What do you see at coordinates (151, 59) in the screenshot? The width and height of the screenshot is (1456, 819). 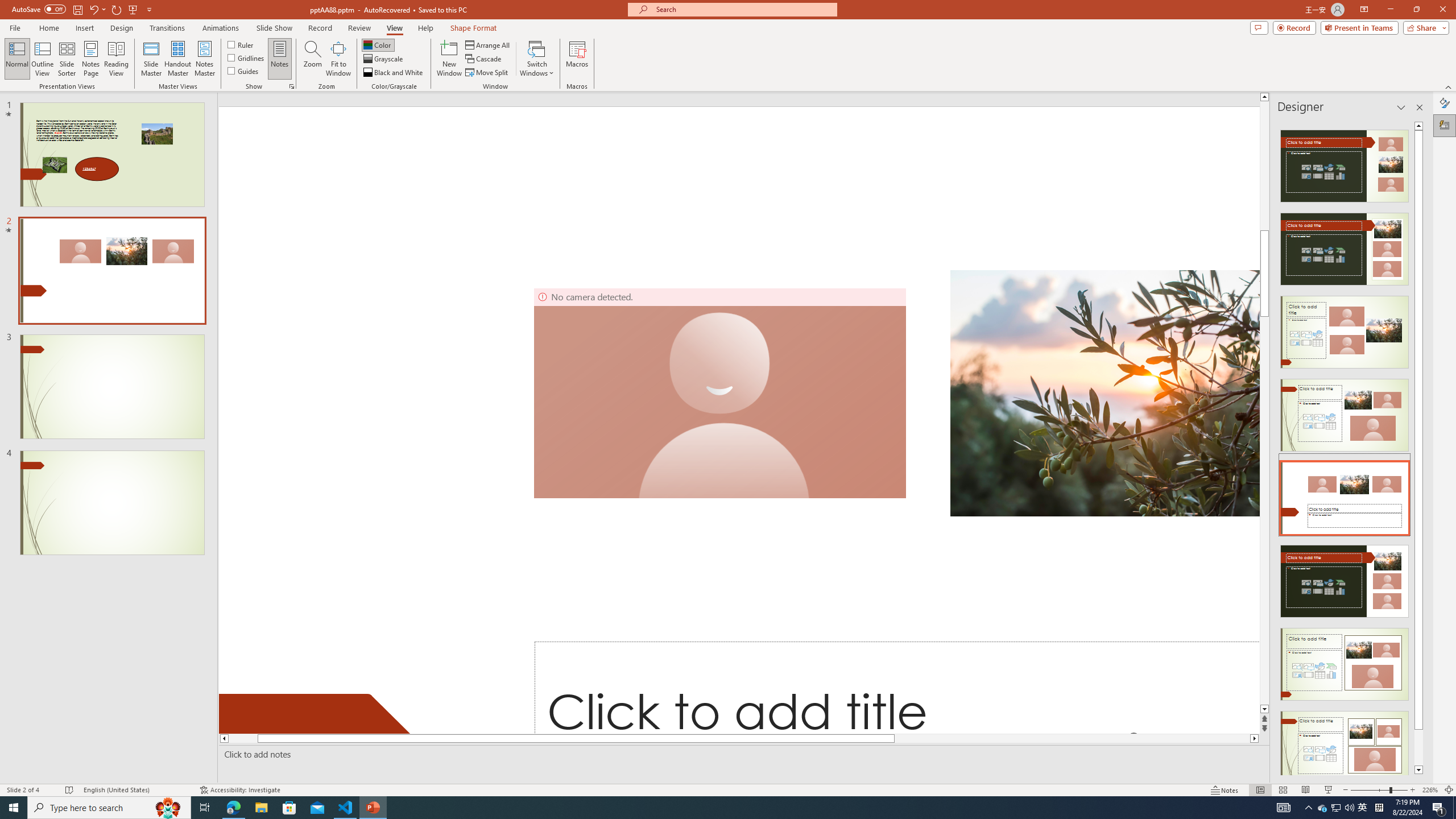 I see `'Slide Master'` at bounding box center [151, 59].